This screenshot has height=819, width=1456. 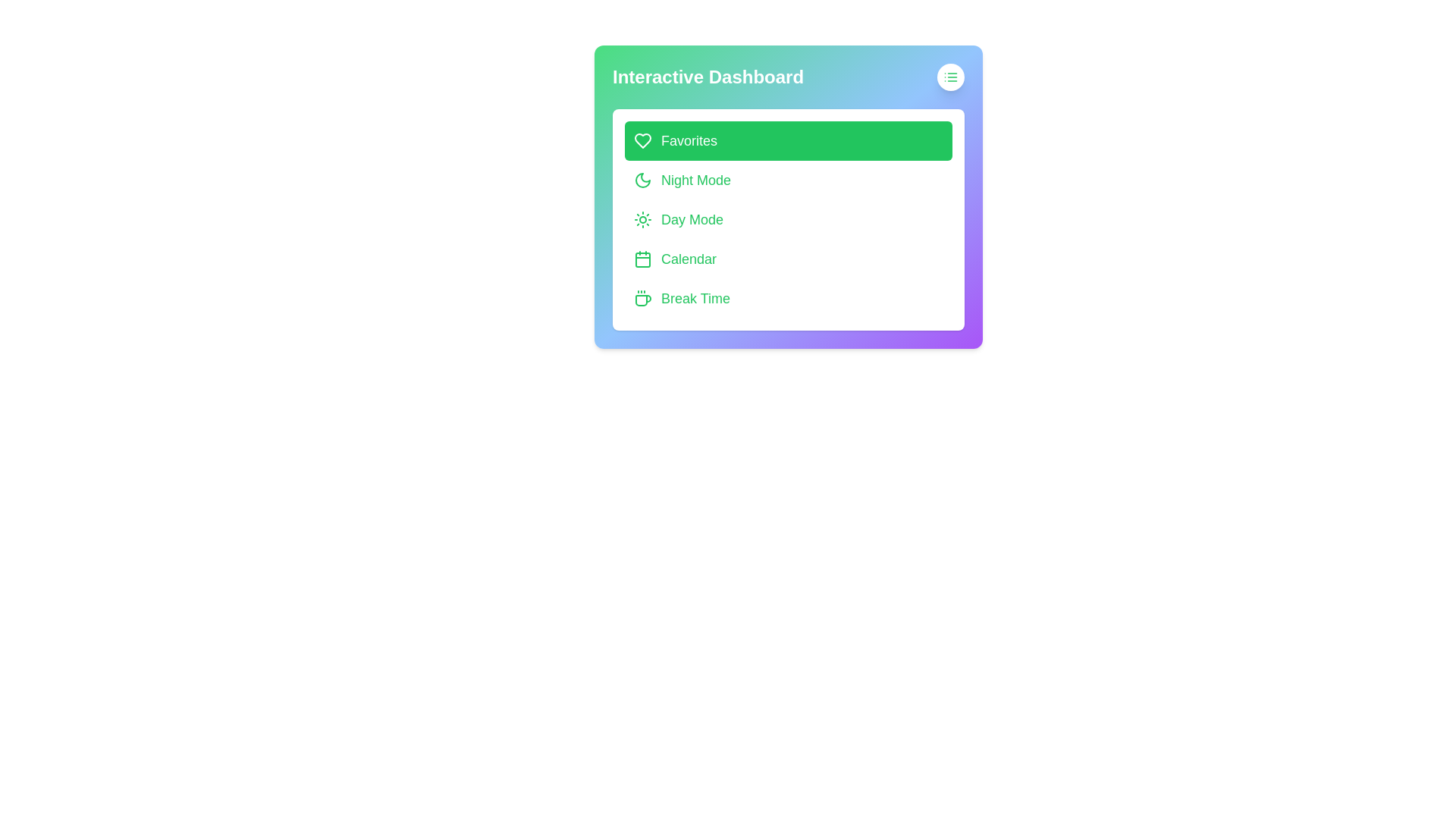 I want to click on the menu option Calendar in the Interactive Dashboard, so click(x=789, y=259).